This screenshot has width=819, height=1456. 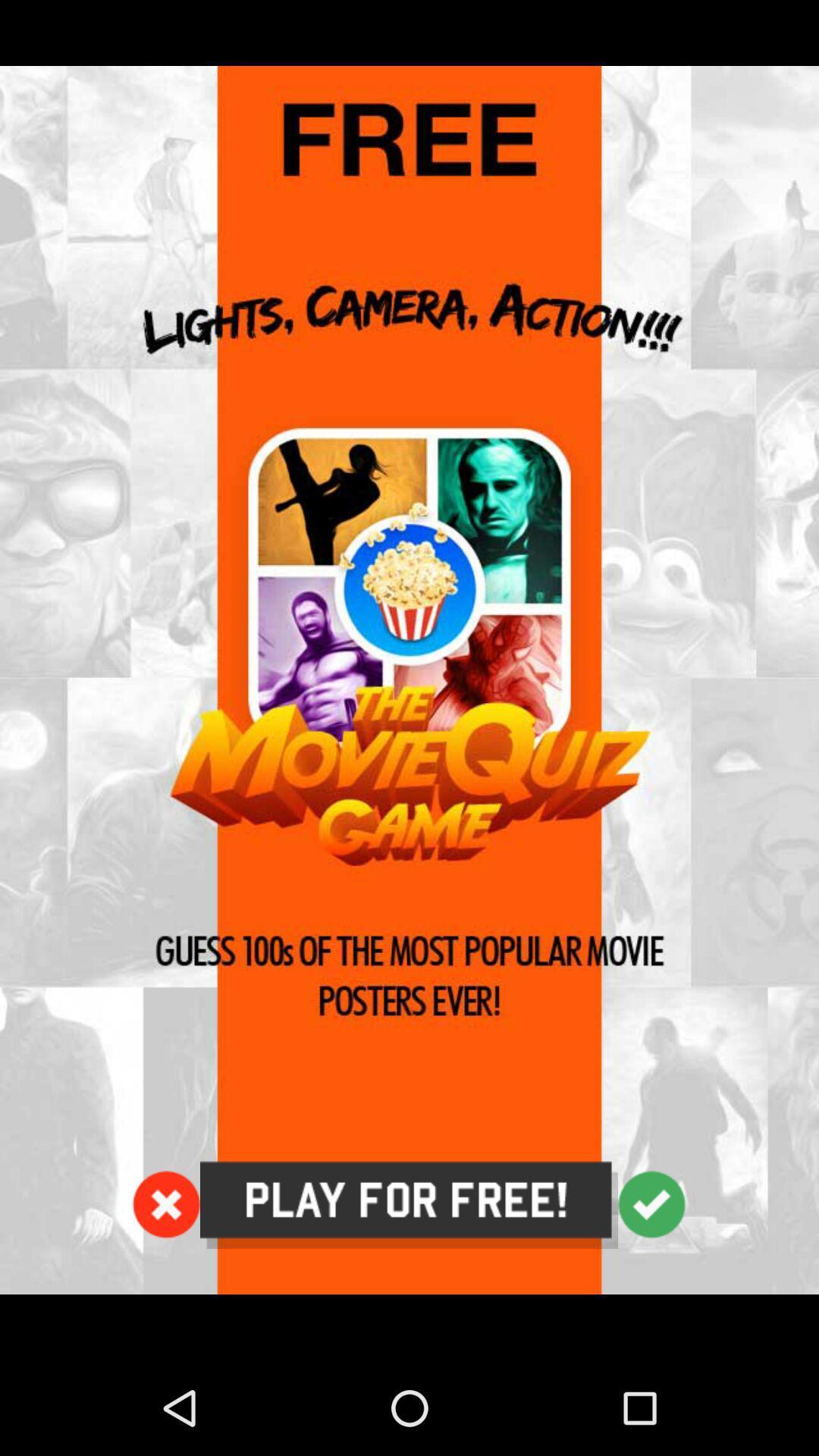 I want to click on tap to play, so click(x=408, y=1204).